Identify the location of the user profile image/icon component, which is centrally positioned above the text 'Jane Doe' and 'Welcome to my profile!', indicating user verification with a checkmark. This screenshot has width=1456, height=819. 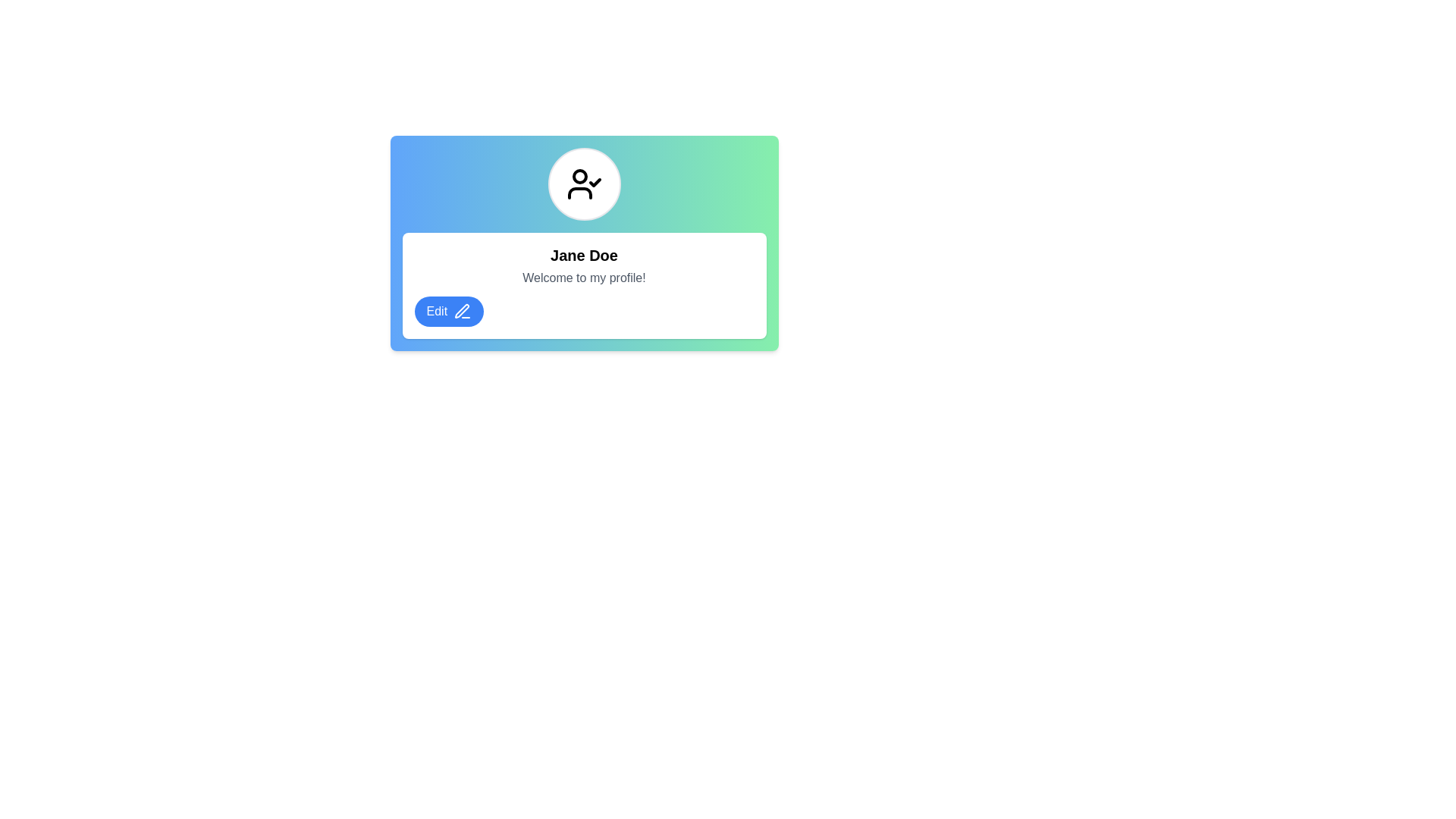
(583, 184).